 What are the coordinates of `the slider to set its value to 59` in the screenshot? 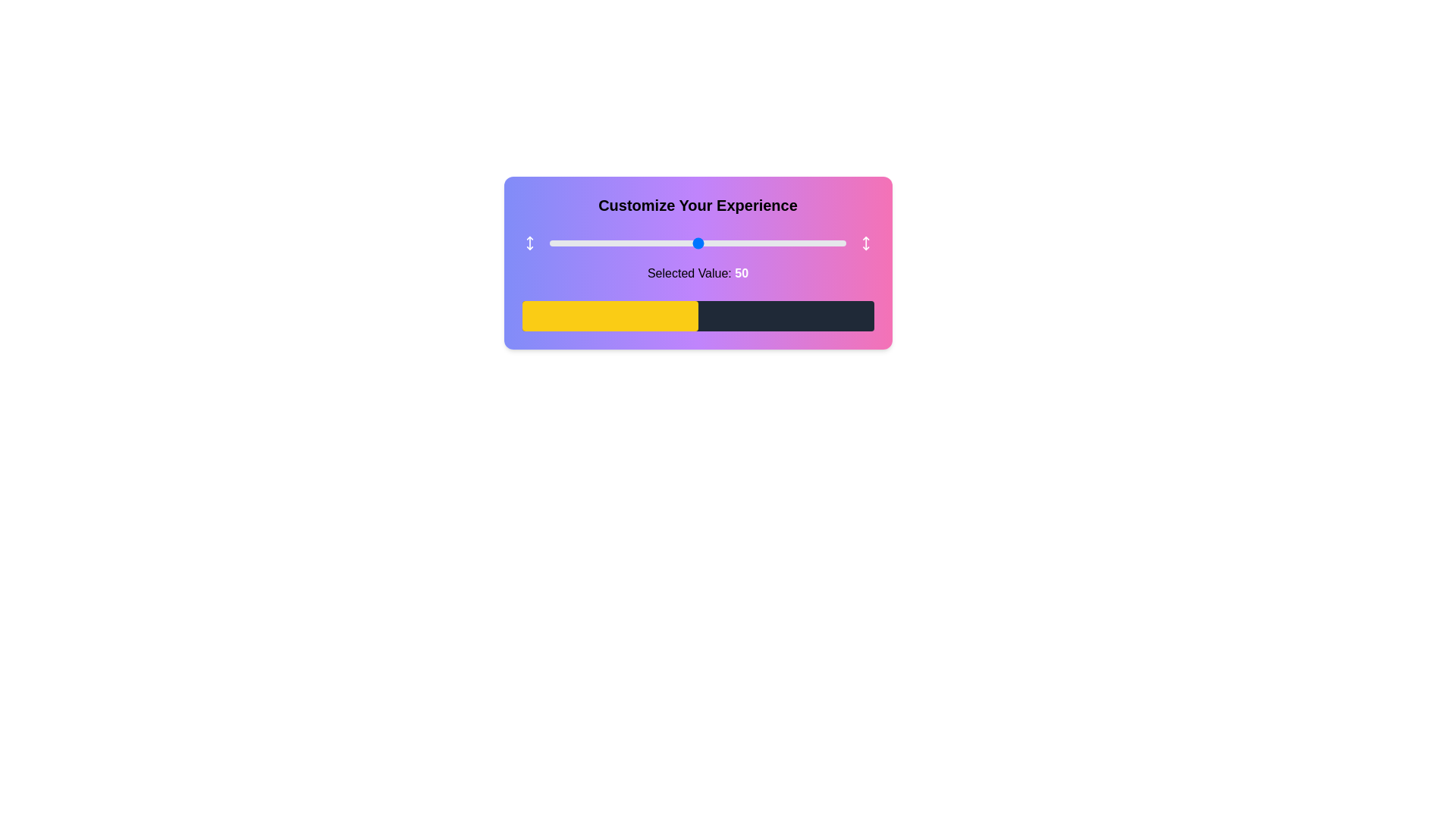 It's located at (723, 242).